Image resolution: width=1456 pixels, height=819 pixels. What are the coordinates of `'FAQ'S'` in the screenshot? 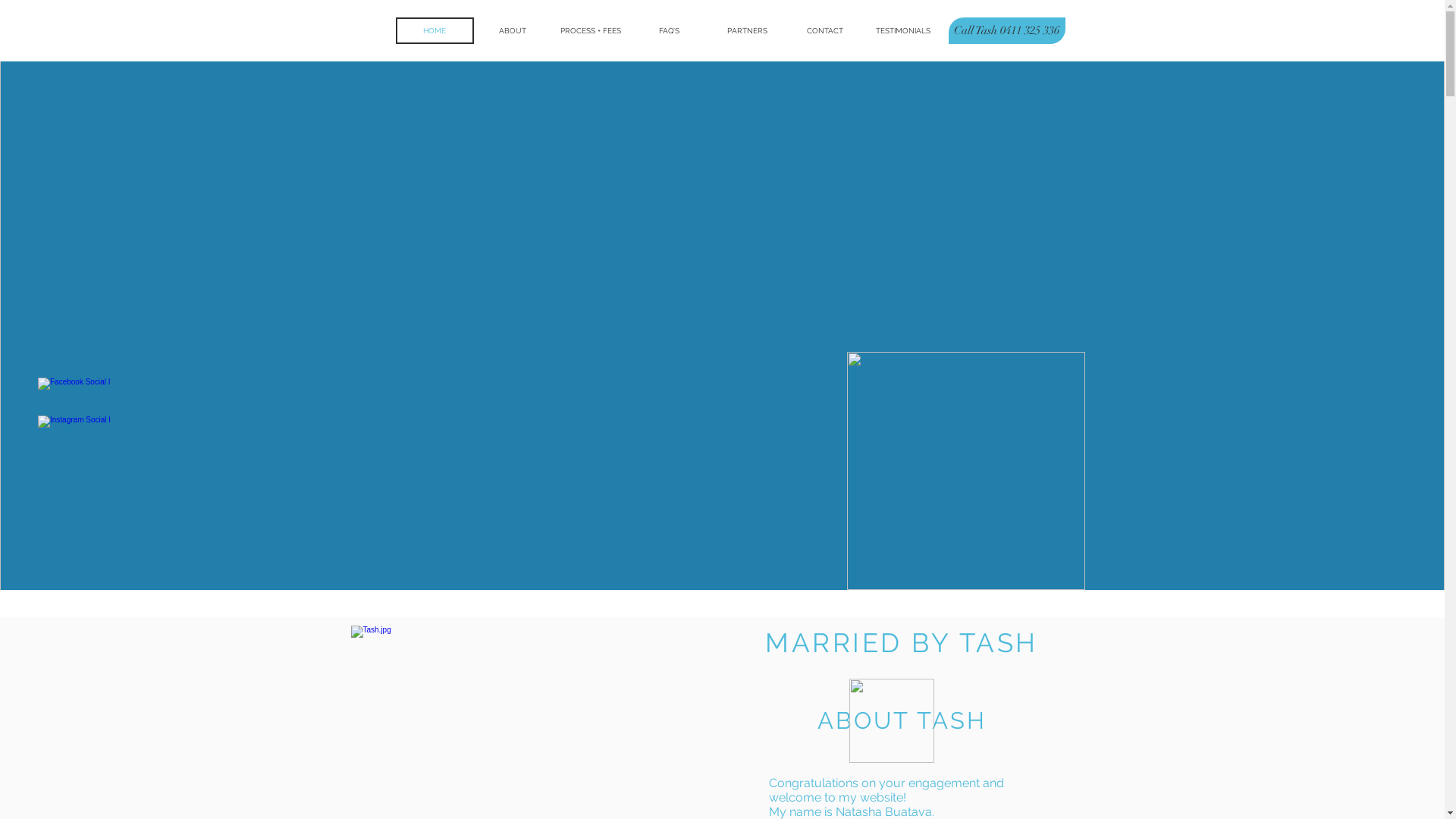 It's located at (629, 30).